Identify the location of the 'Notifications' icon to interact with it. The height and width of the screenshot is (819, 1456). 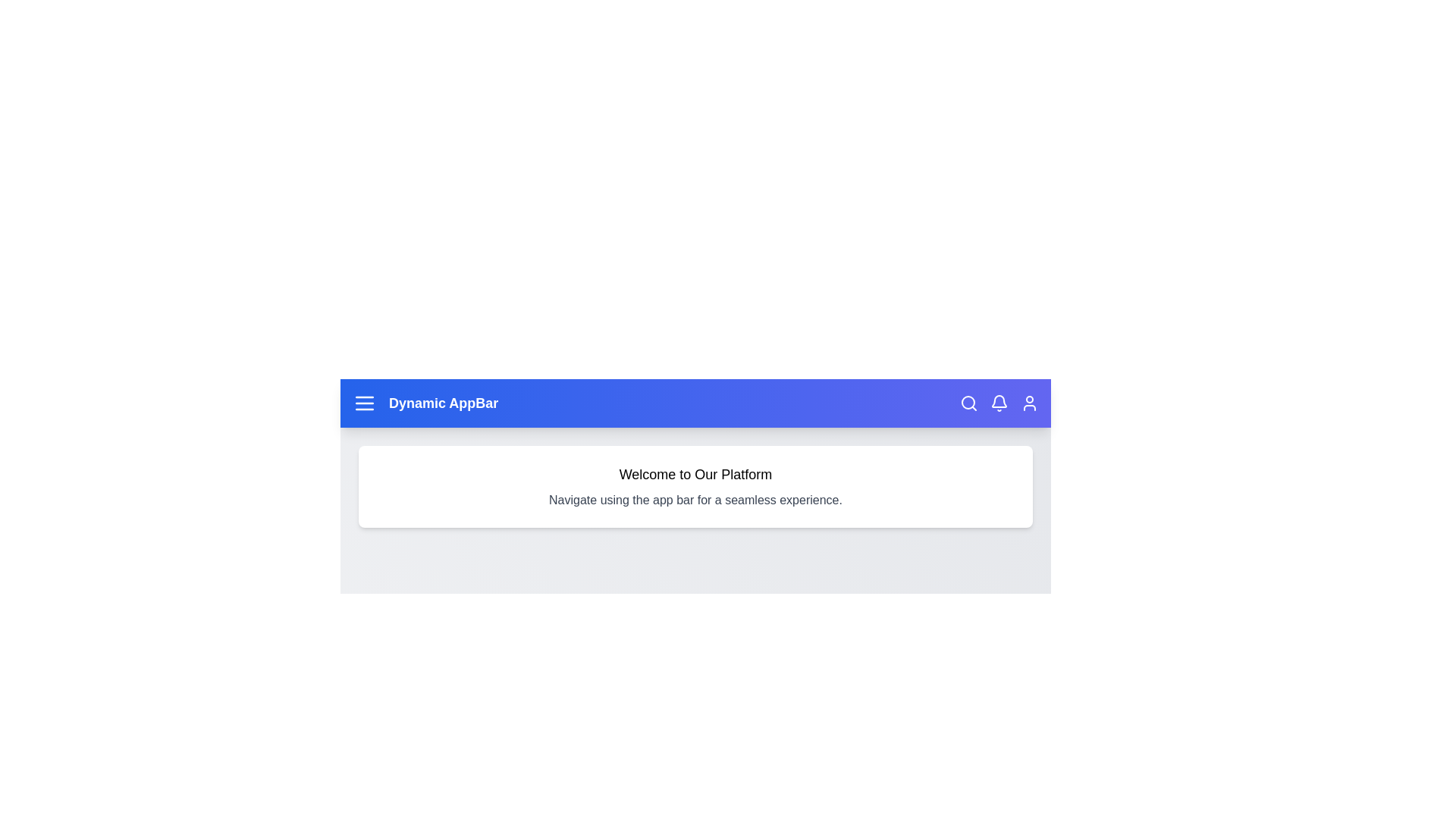
(999, 403).